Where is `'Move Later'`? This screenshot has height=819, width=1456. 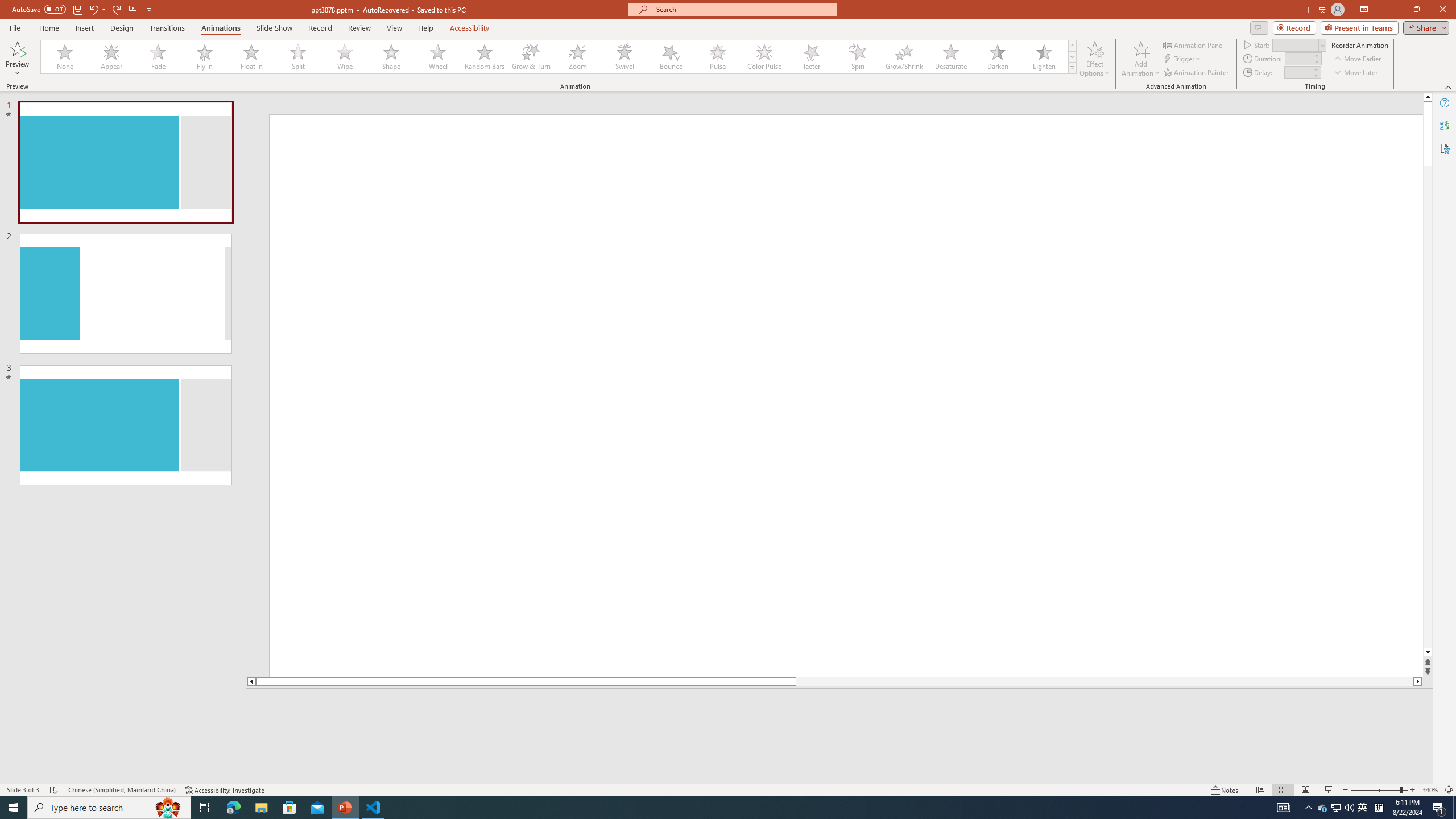
'Move Later' is located at coordinates (1356, 72).